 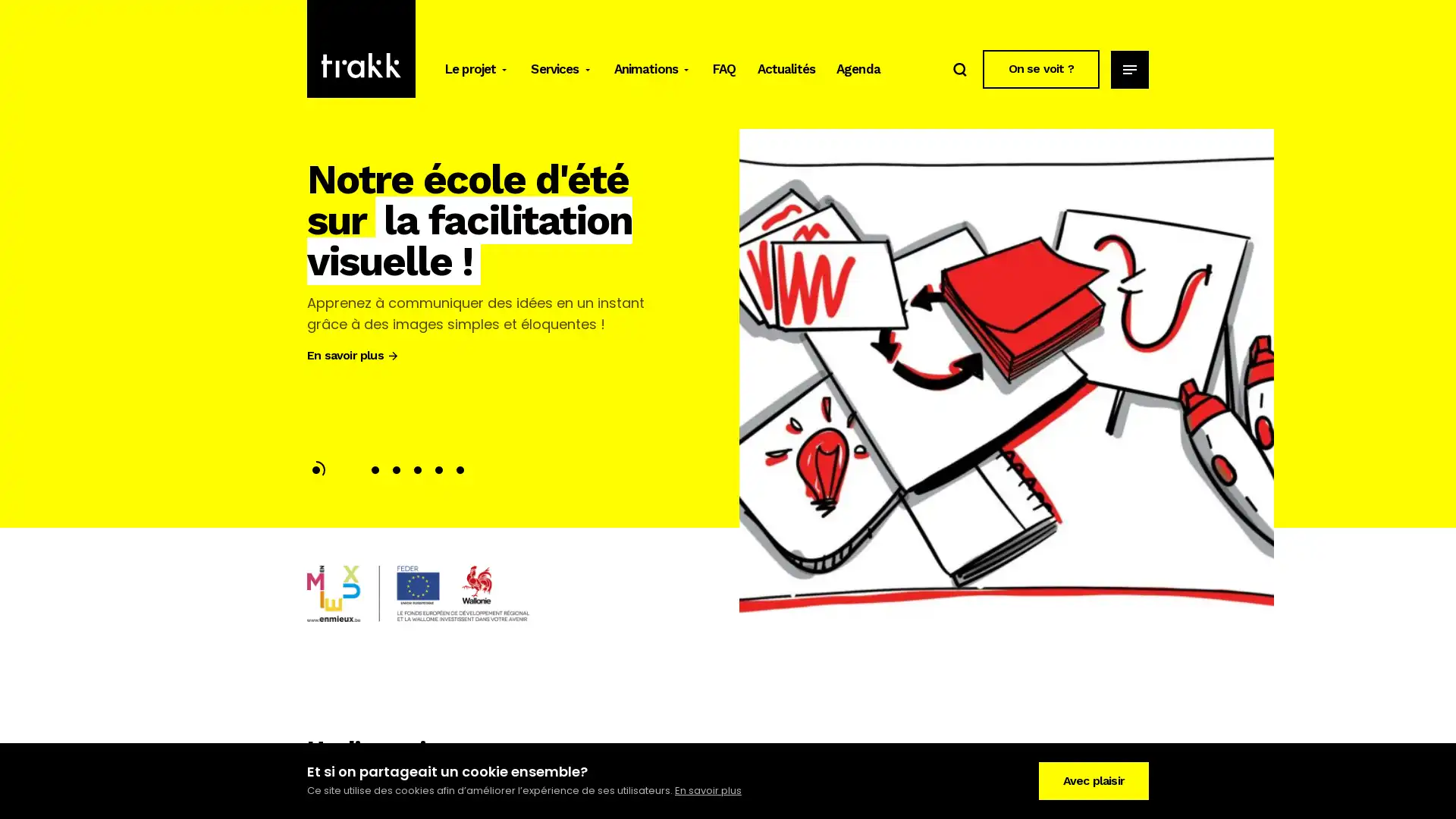 I want to click on Slide 4, so click(x=418, y=469).